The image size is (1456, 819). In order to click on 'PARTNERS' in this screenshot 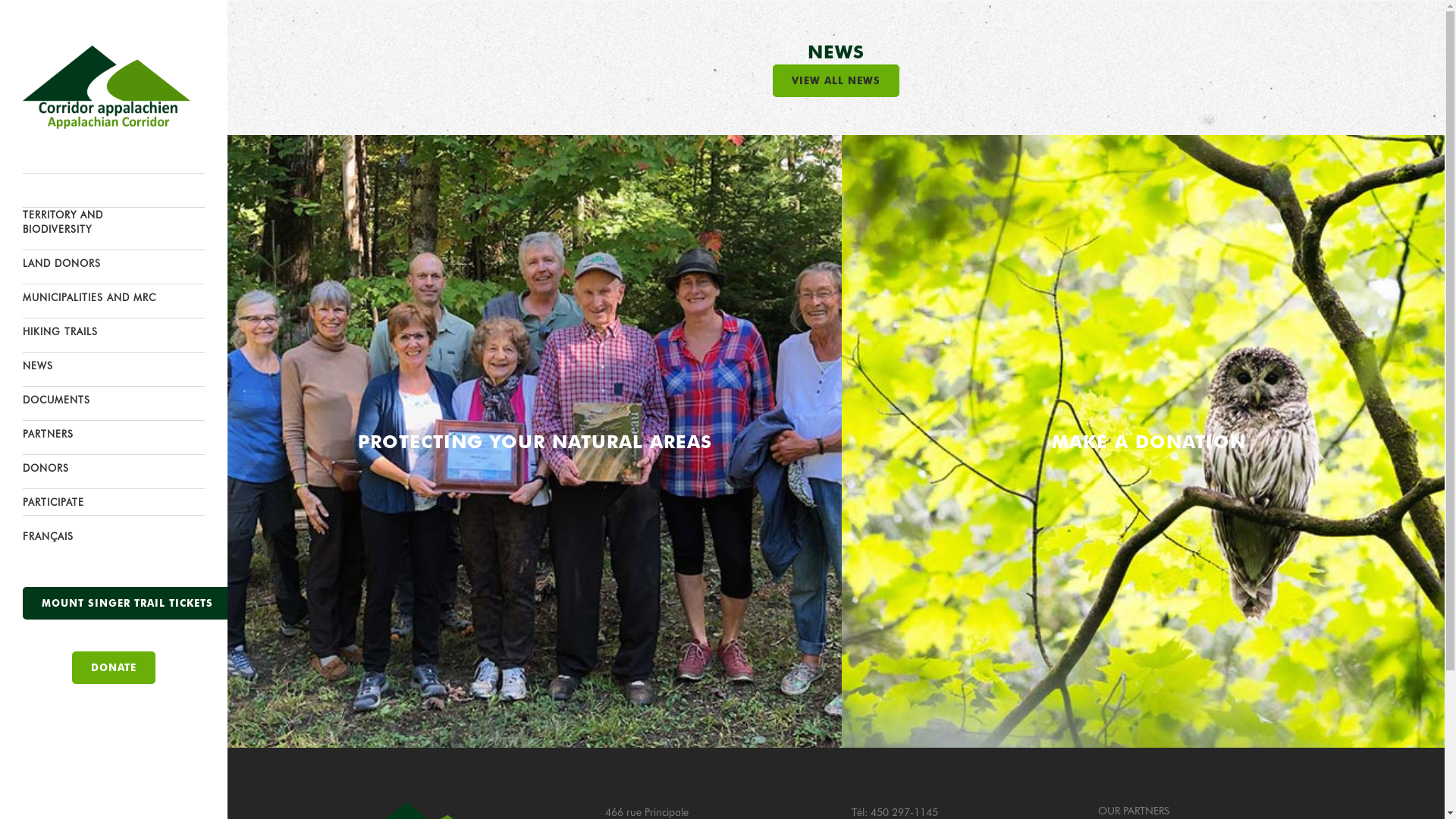, I will do `click(112, 433)`.